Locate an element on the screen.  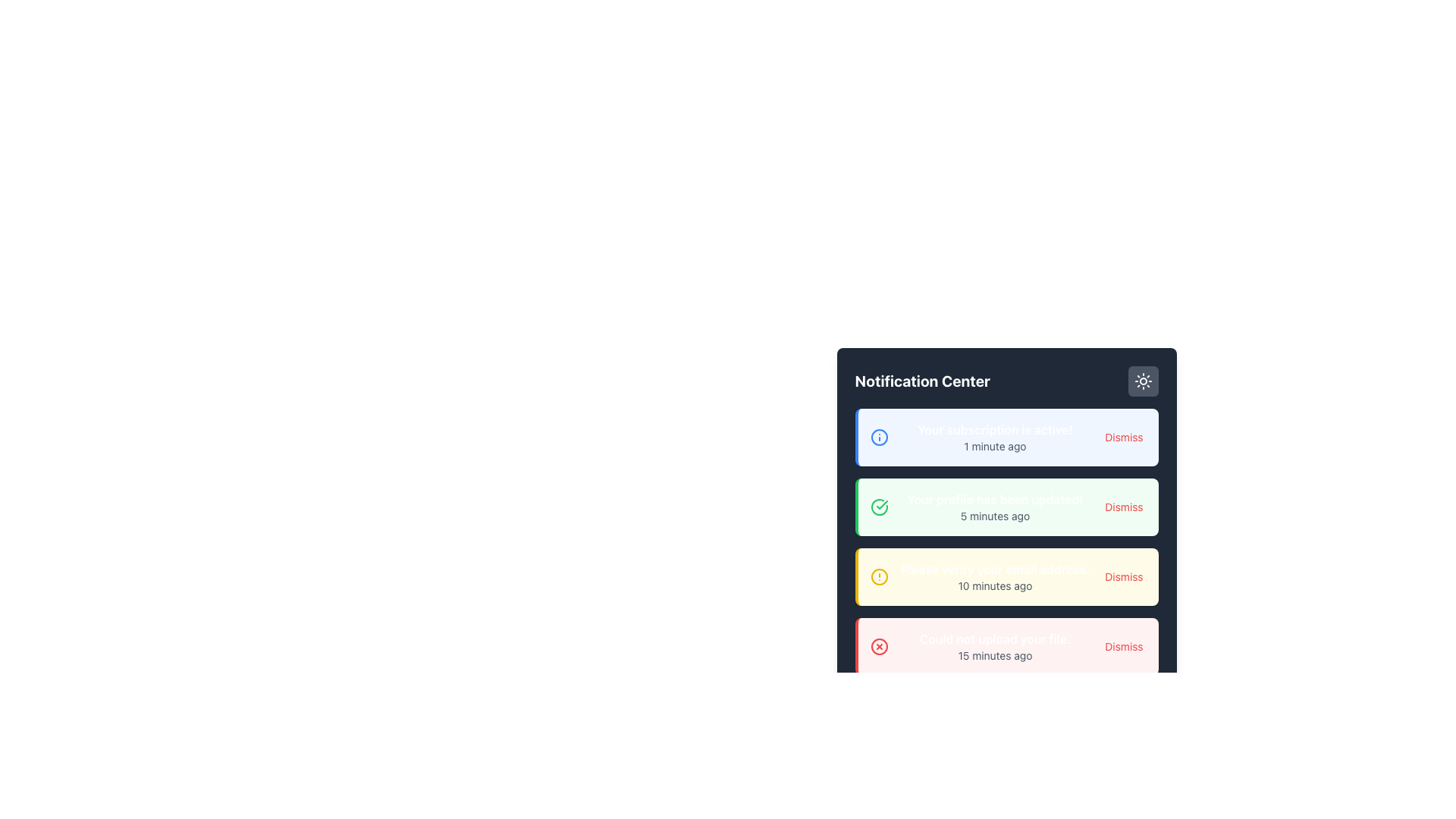
the static text label displaying '5 minutes ago', which is located below the notification text 'Your profile has been updated!' in the notification center is located at coordinates (995, 516).